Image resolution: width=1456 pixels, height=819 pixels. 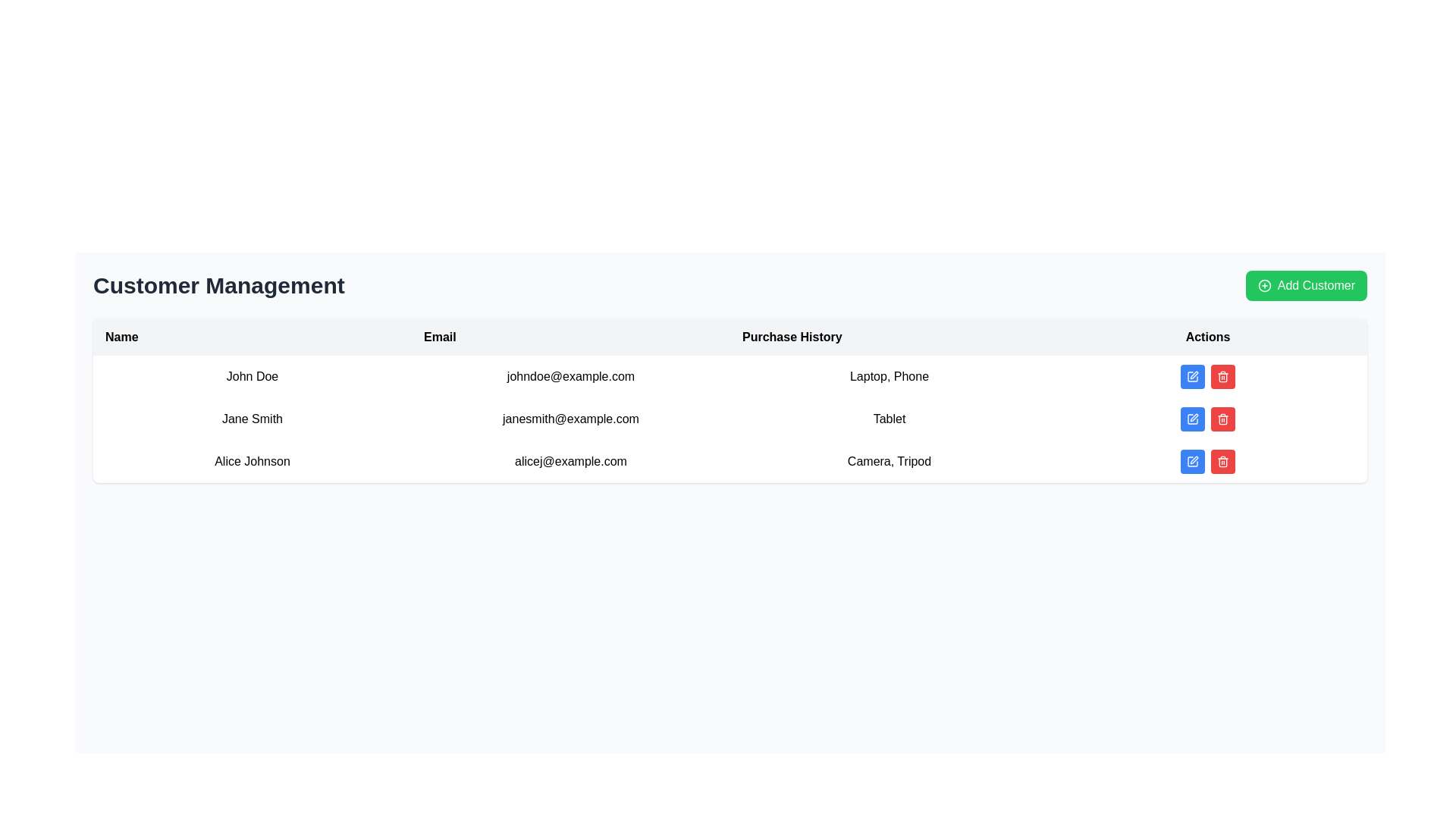 I want to click on the circular graphical component representing a 'plus in a circle' within the 'Add Customer' button, which is located in the top-right corner of the interface, so click(x=1264, y=286).